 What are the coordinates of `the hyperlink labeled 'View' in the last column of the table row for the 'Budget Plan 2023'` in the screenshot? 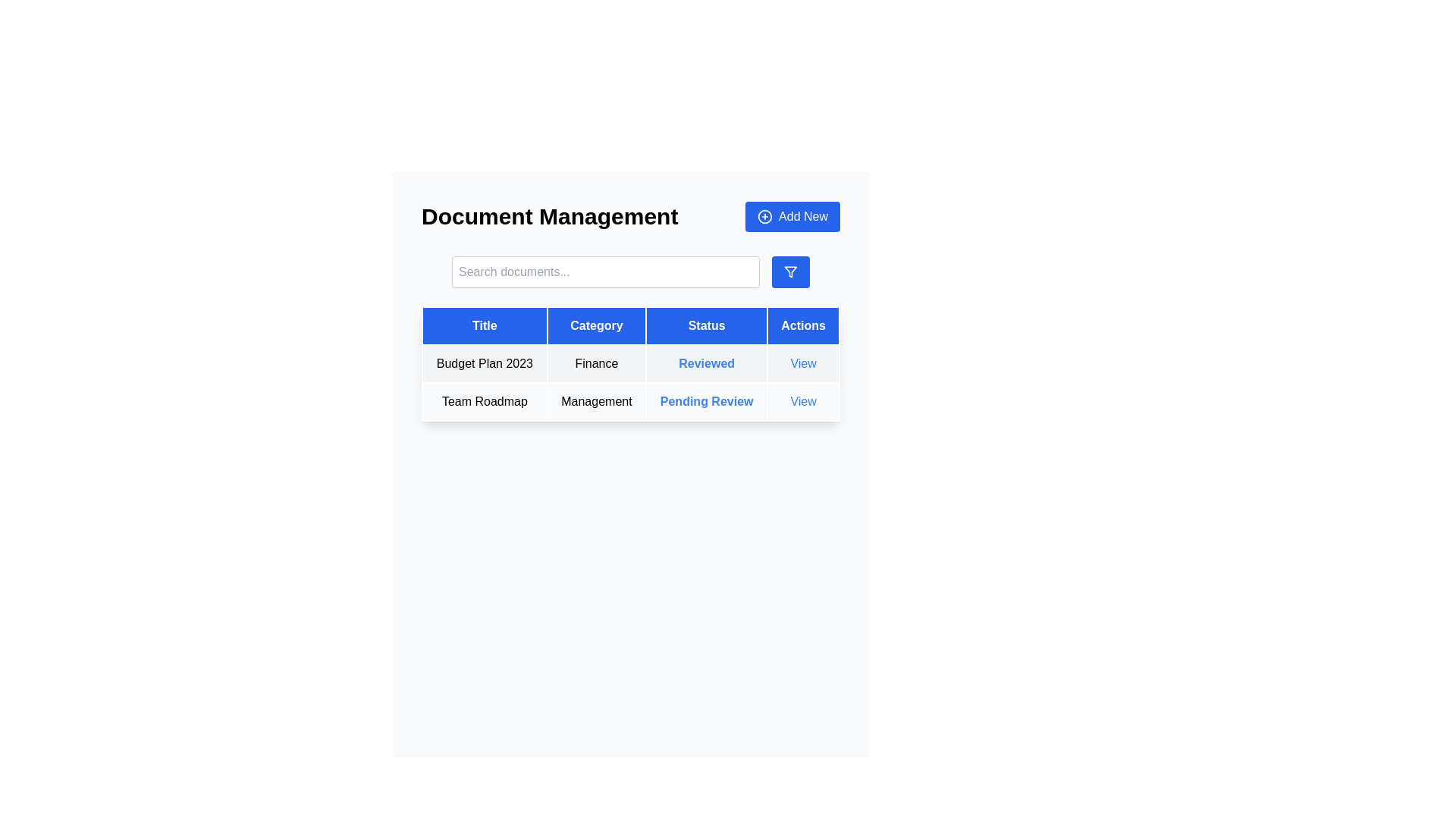 It's located at (802, 363).